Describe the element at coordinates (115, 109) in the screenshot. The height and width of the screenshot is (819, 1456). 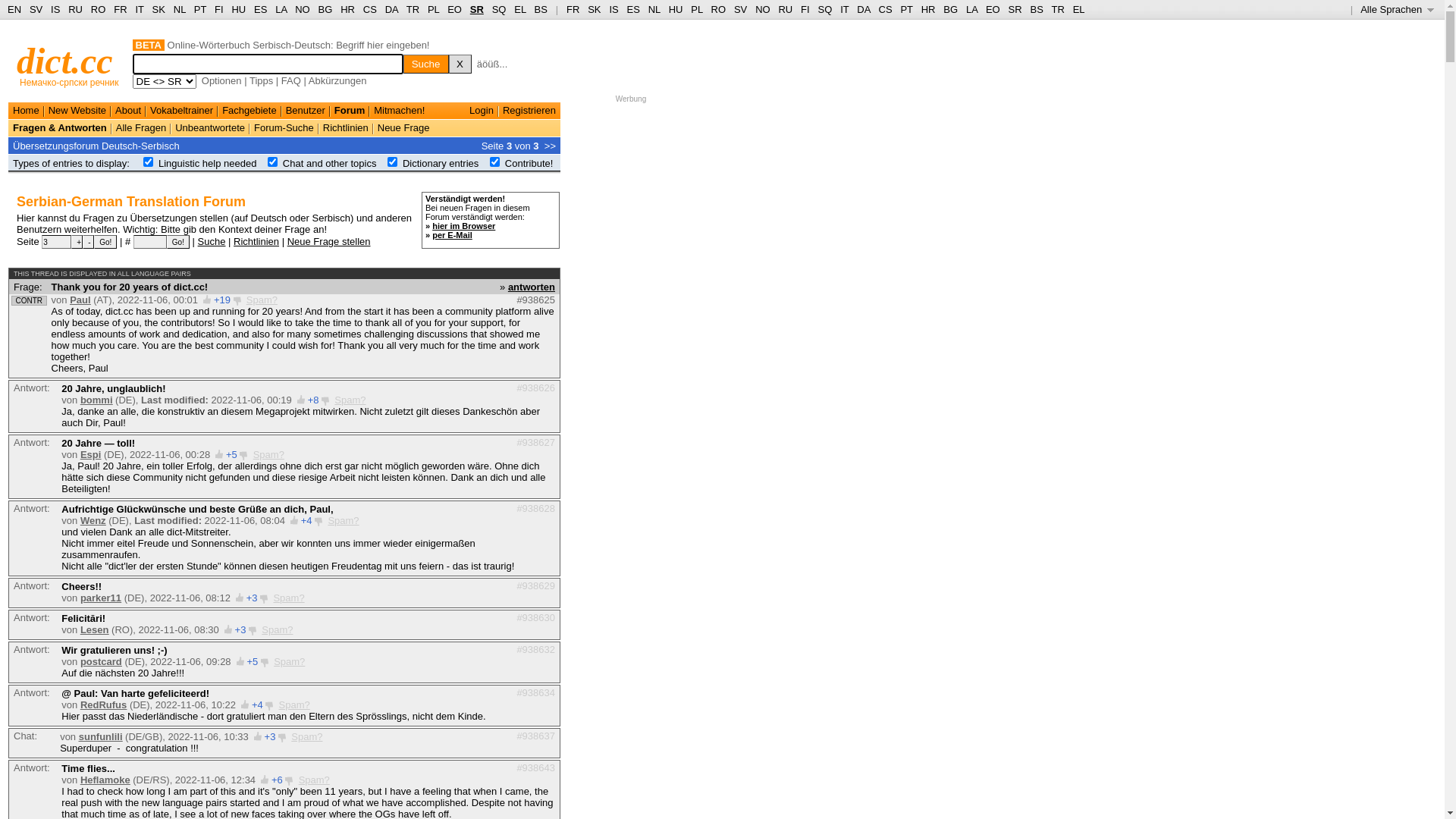
I see `'About'` at that location.